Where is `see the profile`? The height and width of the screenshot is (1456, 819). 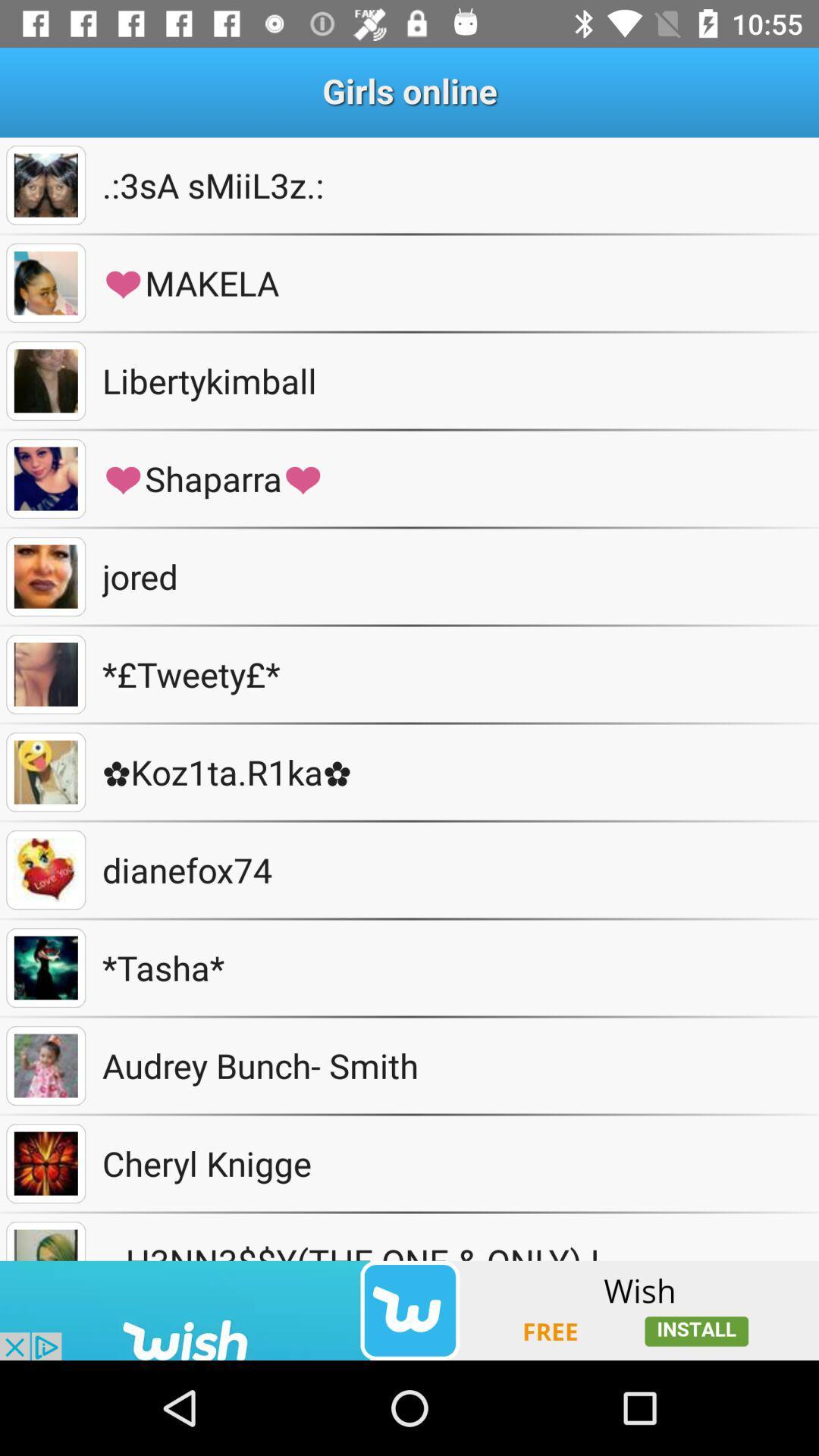
see the profile is located at coordinates (45, 1241).